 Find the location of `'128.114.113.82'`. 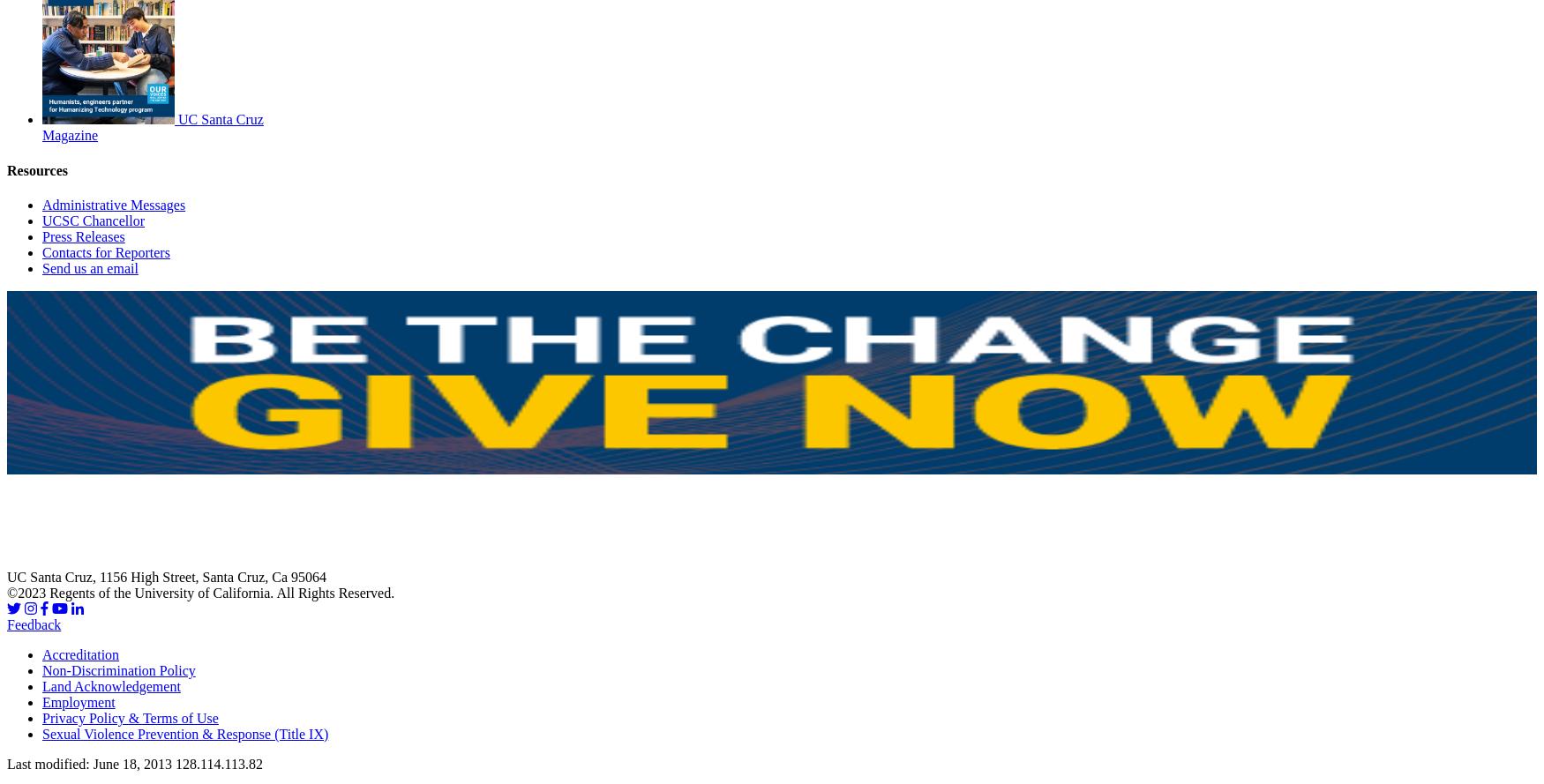

'128.114.113.82' is located at coordinates (218, 763).